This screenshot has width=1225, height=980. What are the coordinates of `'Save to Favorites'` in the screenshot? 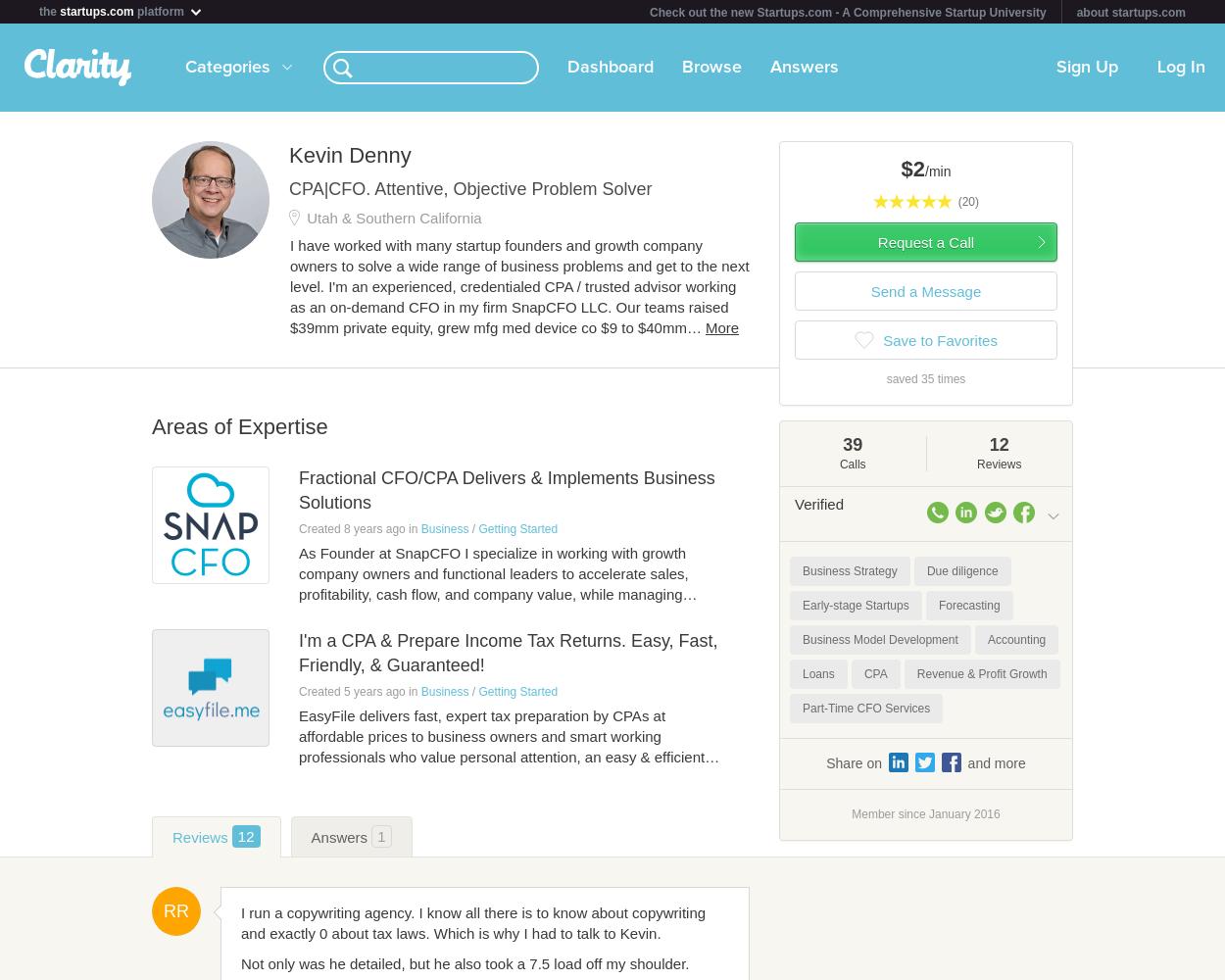 It's located at (939, 339).